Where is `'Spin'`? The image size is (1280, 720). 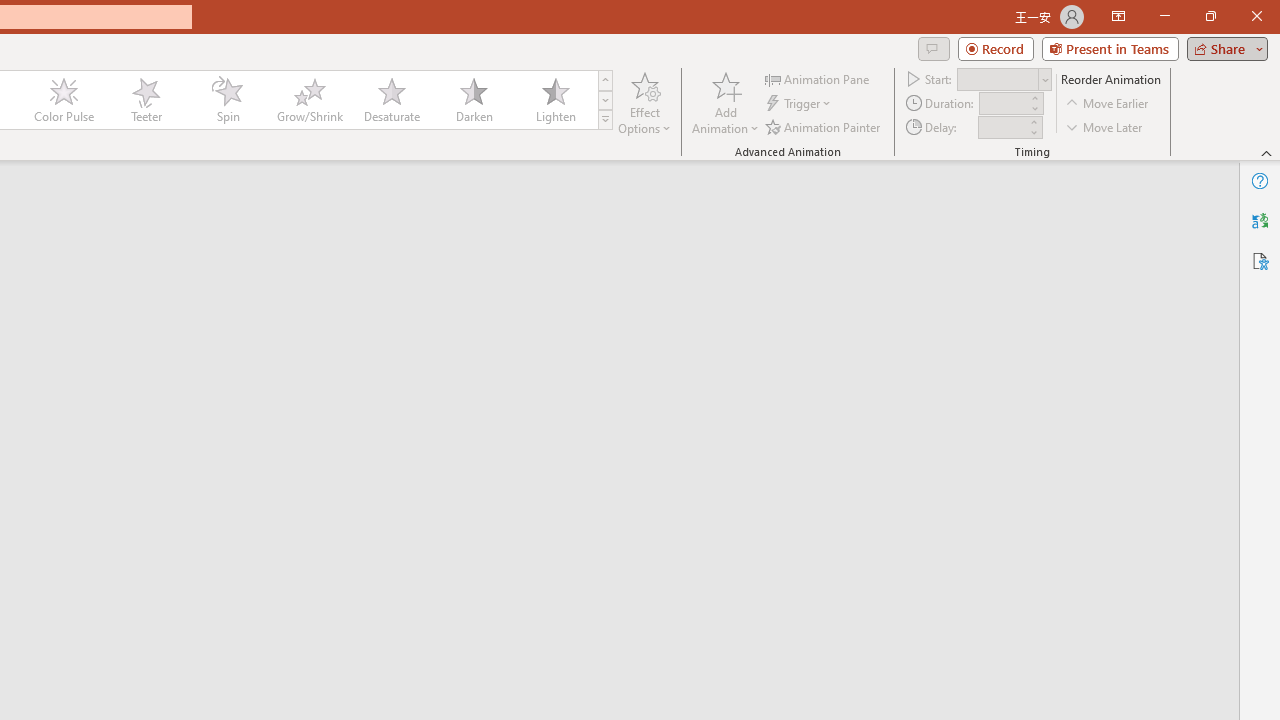 'Spin' is located at coordinates (227, 100).